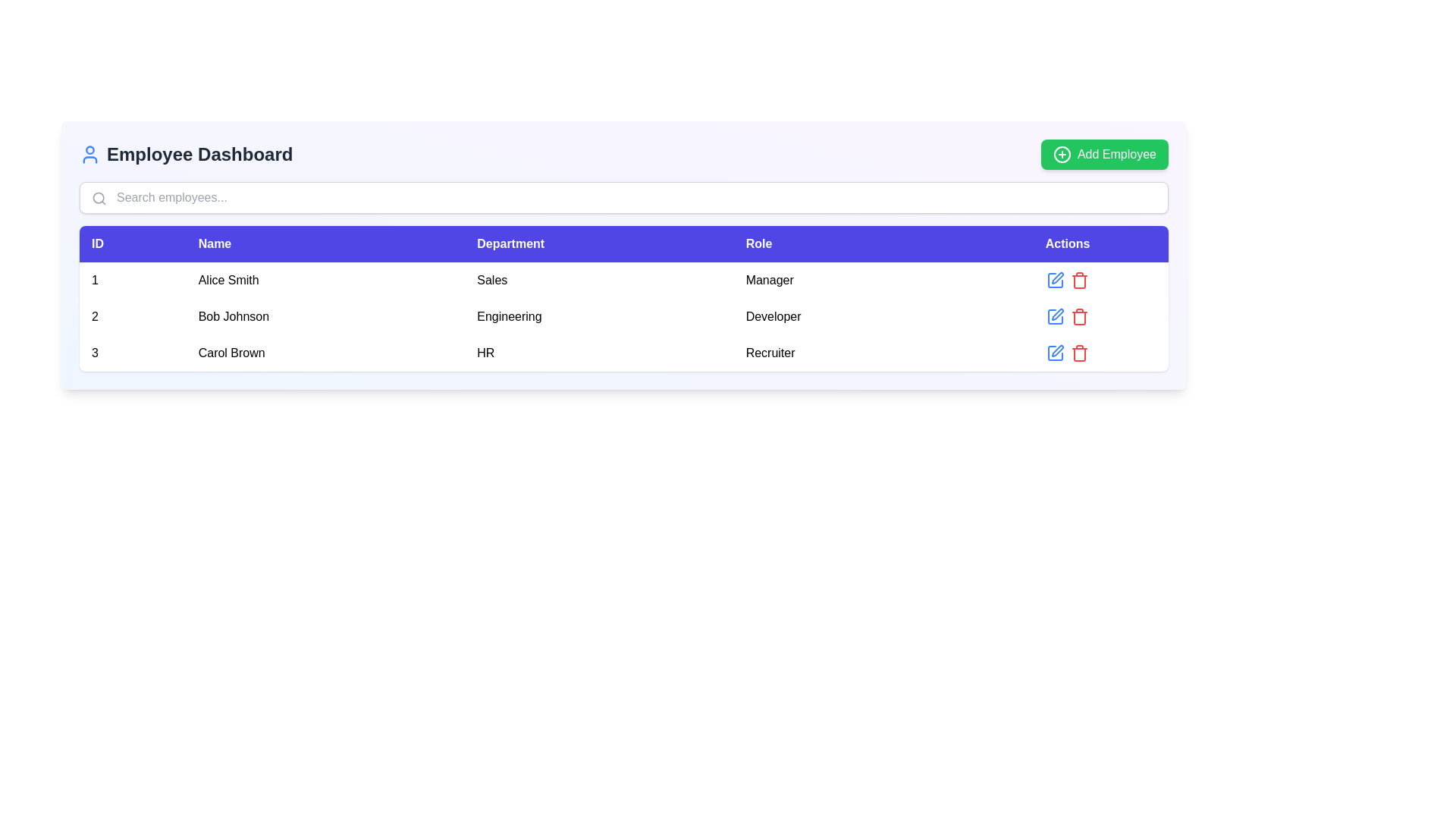 This screenshot has width=1456, height=819. I want to click on the ID, Name, Department, or Role in the third row of the data table which contains '3' for ID, 'Carol Brown' for the name, 'HR' for the department, and 'Recruiter' for the role, so click(623, 353).